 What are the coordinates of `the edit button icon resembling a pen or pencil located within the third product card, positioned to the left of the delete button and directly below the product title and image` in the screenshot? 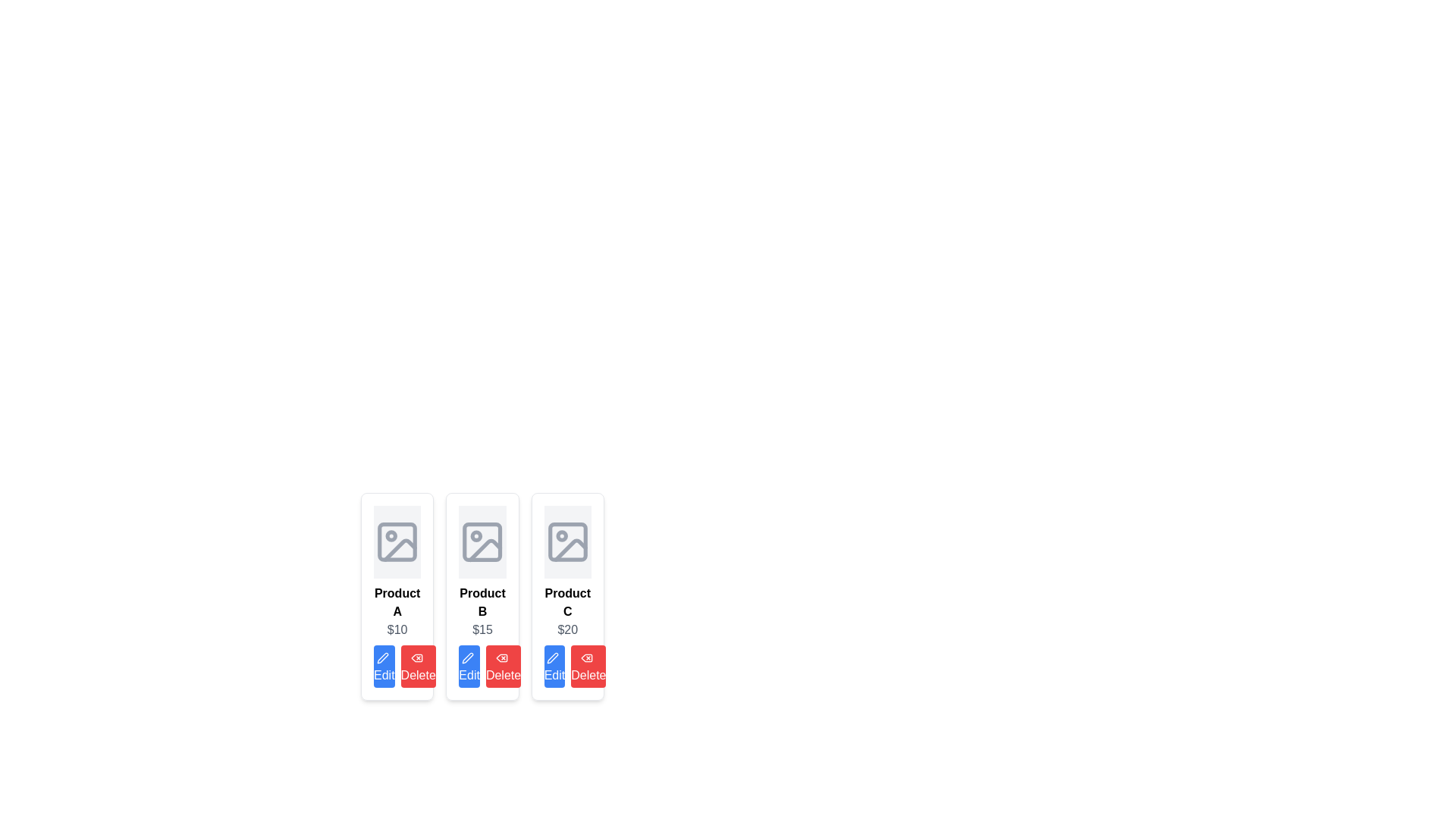 It's located at (552, 657).